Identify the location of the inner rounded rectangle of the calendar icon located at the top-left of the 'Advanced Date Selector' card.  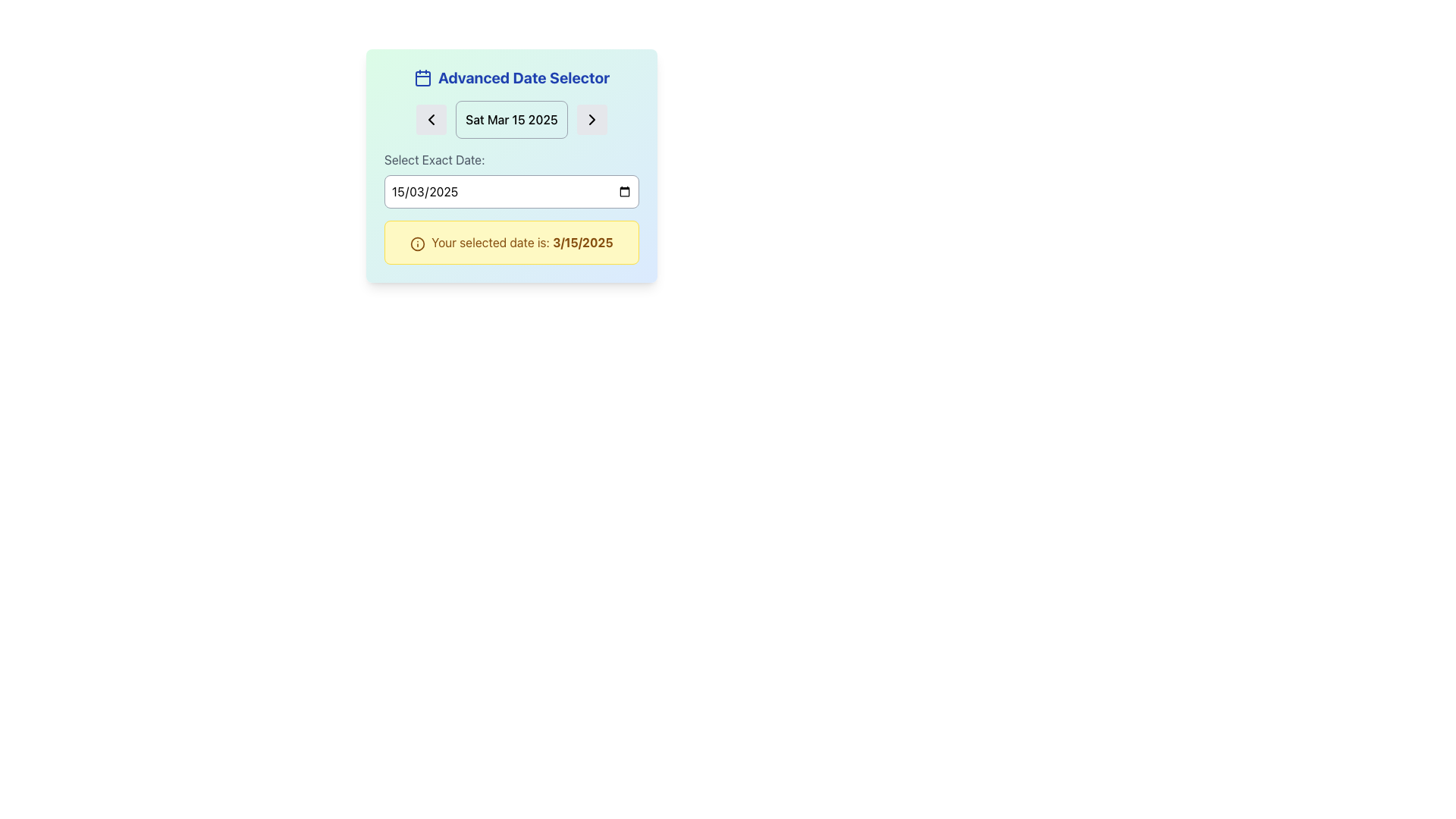
(422, 79).